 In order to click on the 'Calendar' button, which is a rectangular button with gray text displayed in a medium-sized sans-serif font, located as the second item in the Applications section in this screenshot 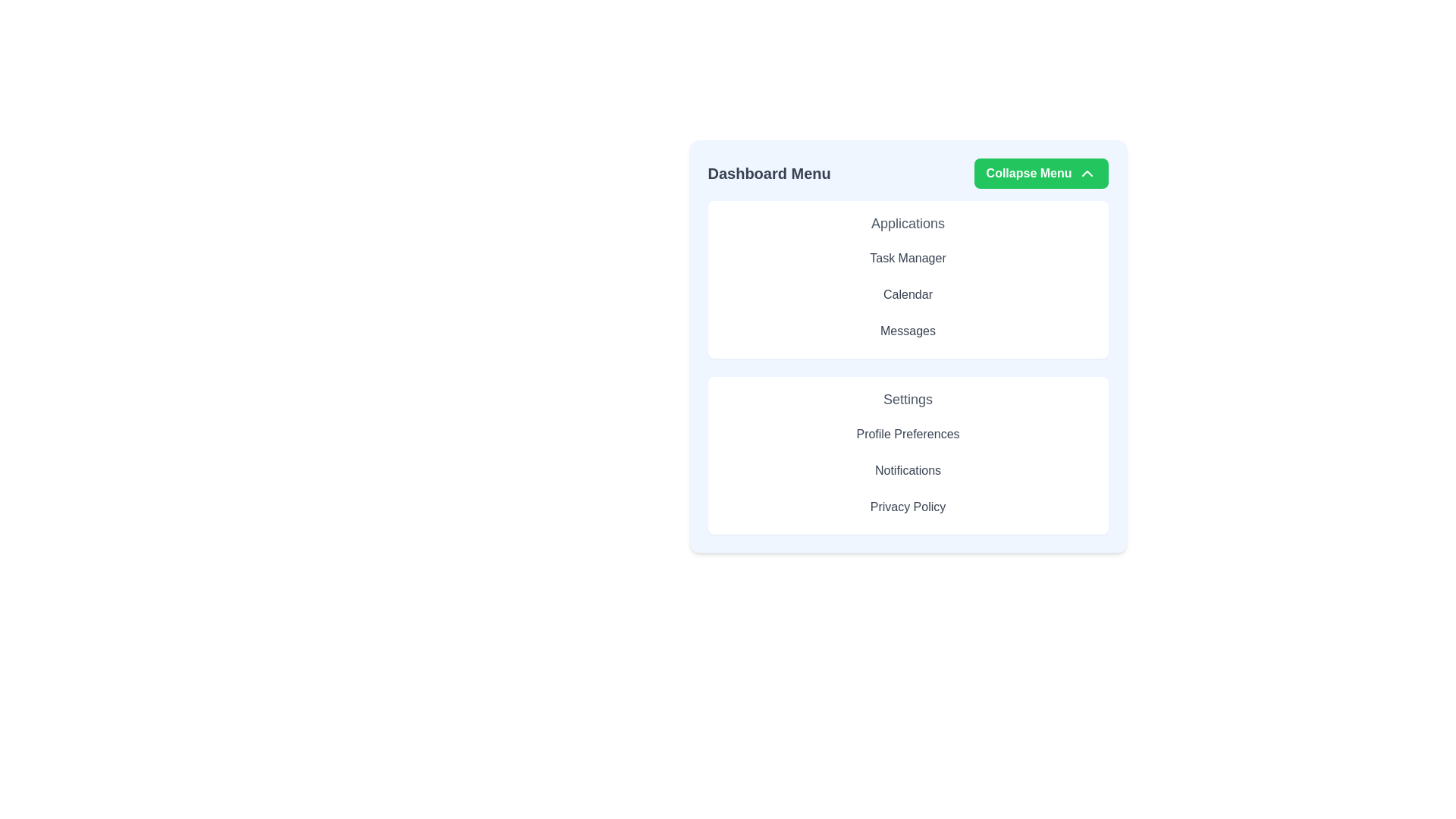, I will do `click(908, 295)`.